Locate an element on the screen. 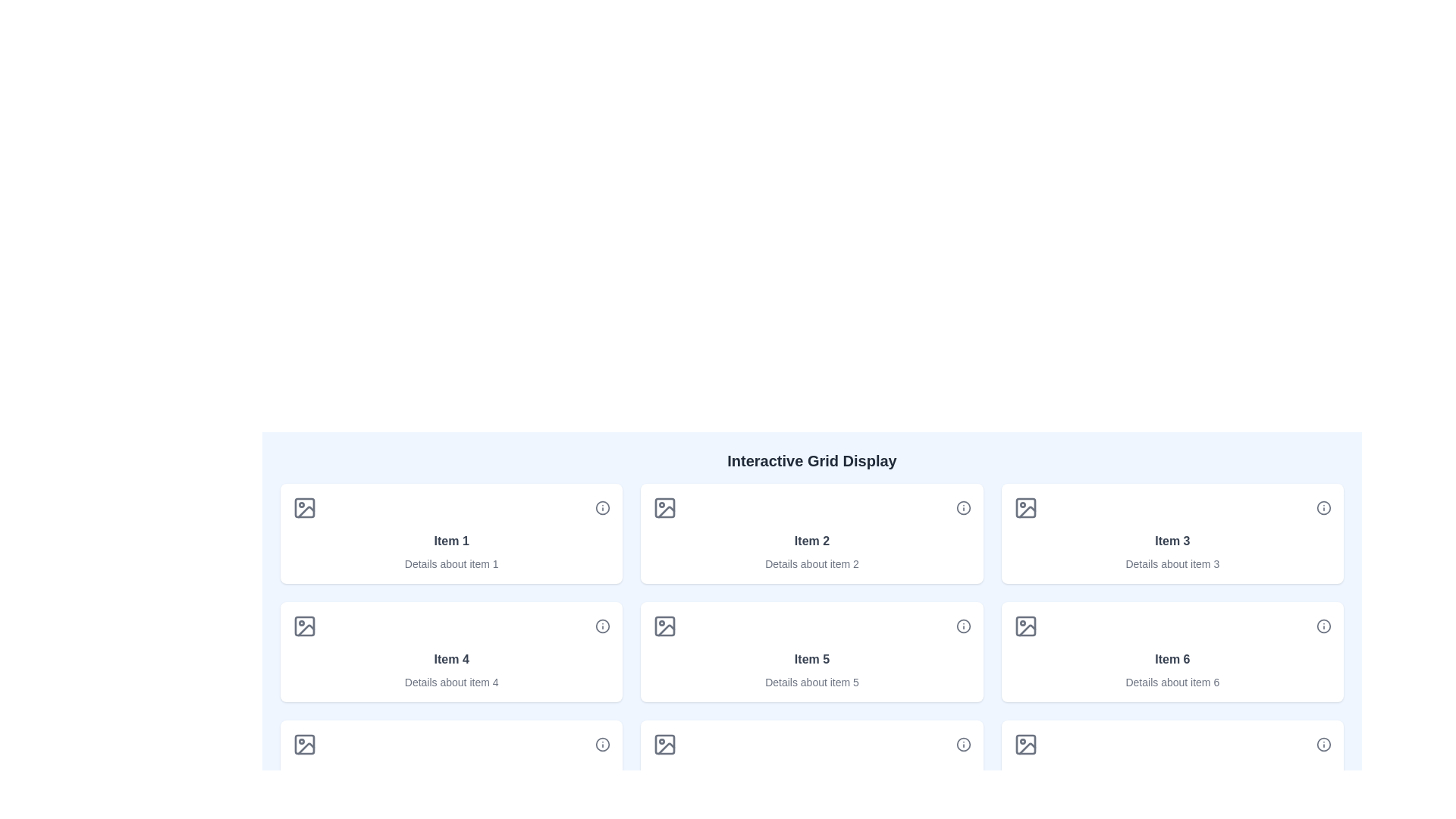  text label displaying 'Details about item 2', which is styled in muted gray and positioned below the bold title 'Item 2' in a grid layout is located at coordinates (811, 564).